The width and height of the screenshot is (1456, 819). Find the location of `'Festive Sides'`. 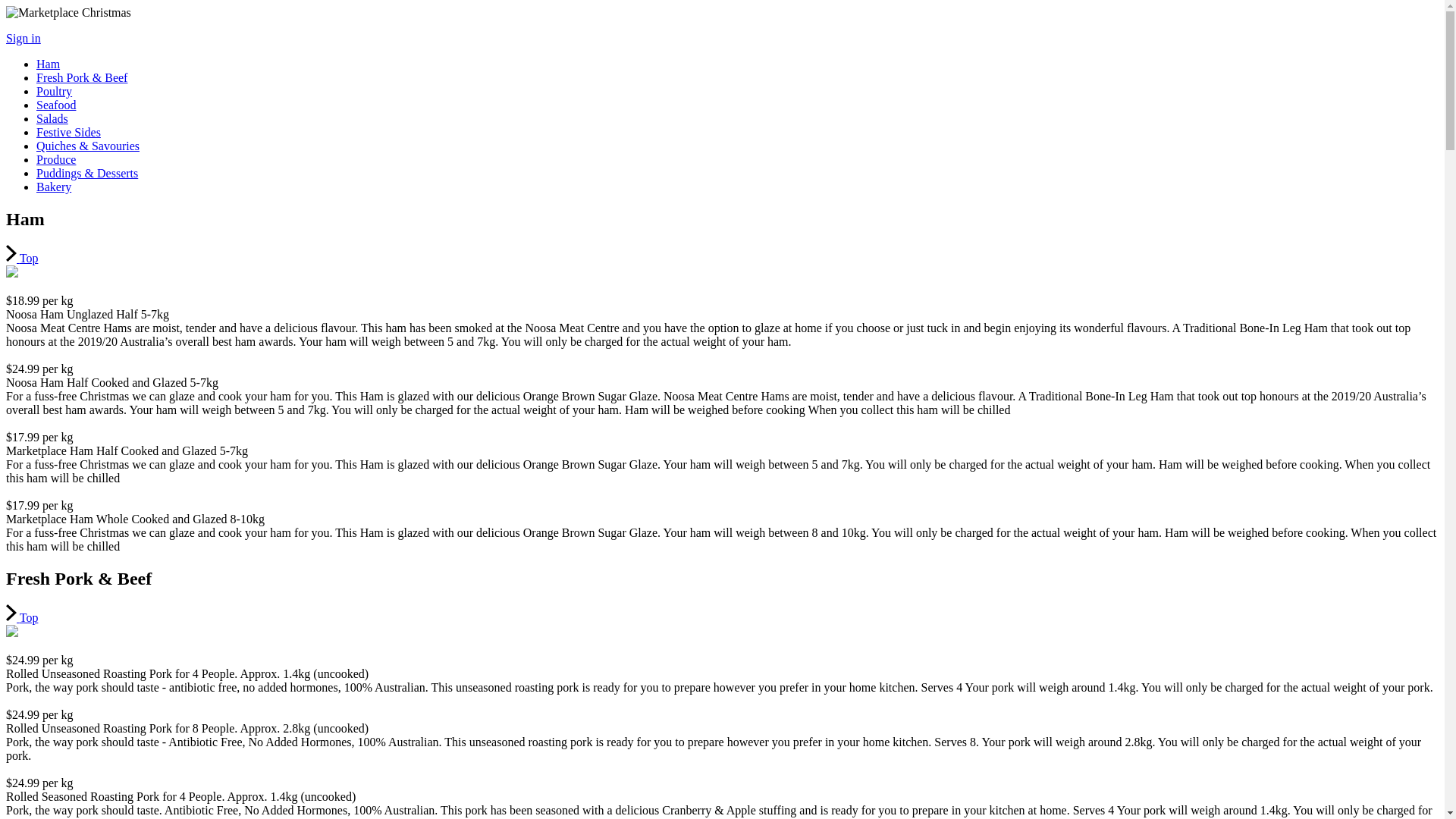

'Festive Sides' is located at coordinates (67, 131).